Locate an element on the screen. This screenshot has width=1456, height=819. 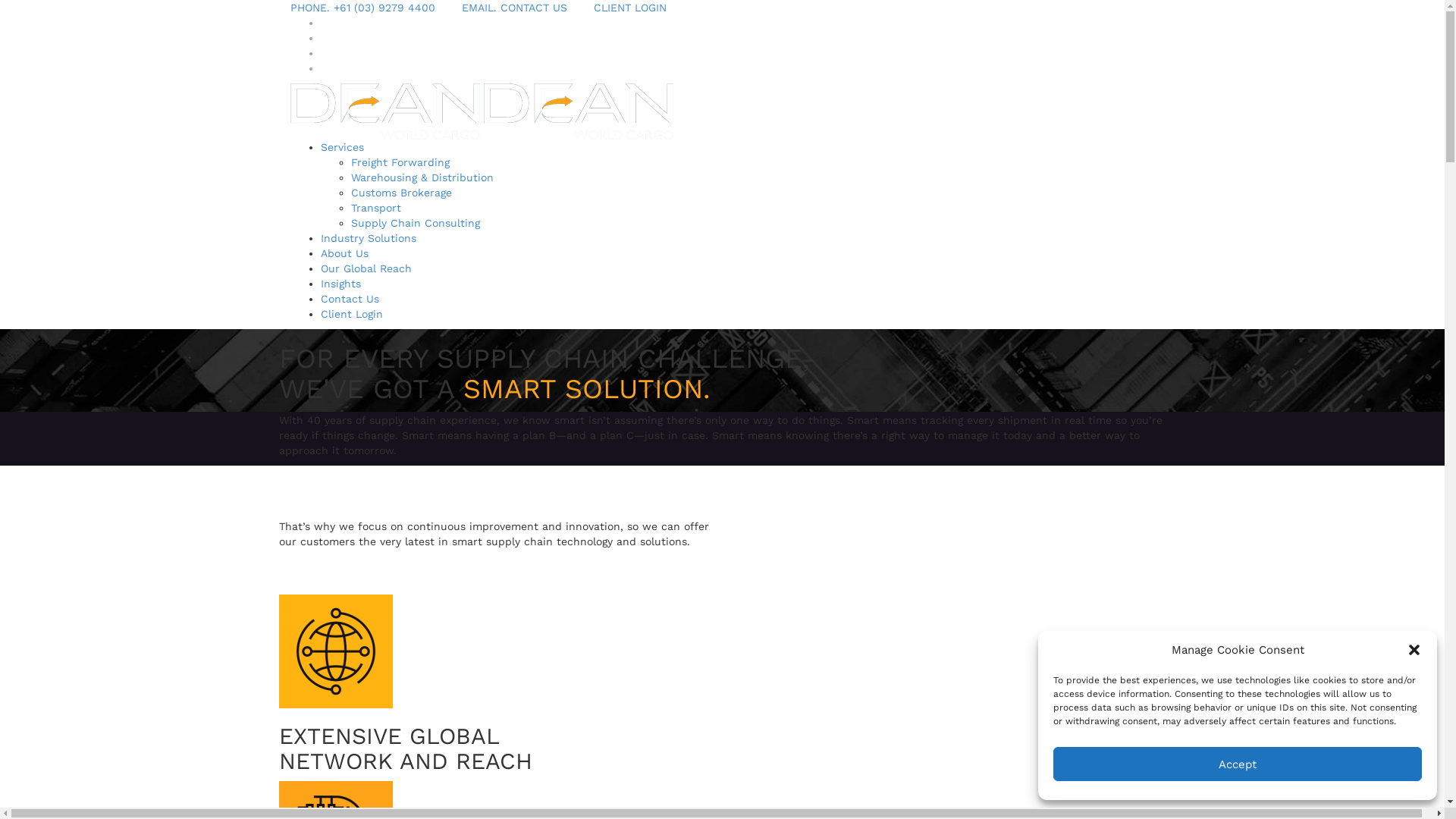
'Warehousing & Distribution' is located at coordinates (422, 177).